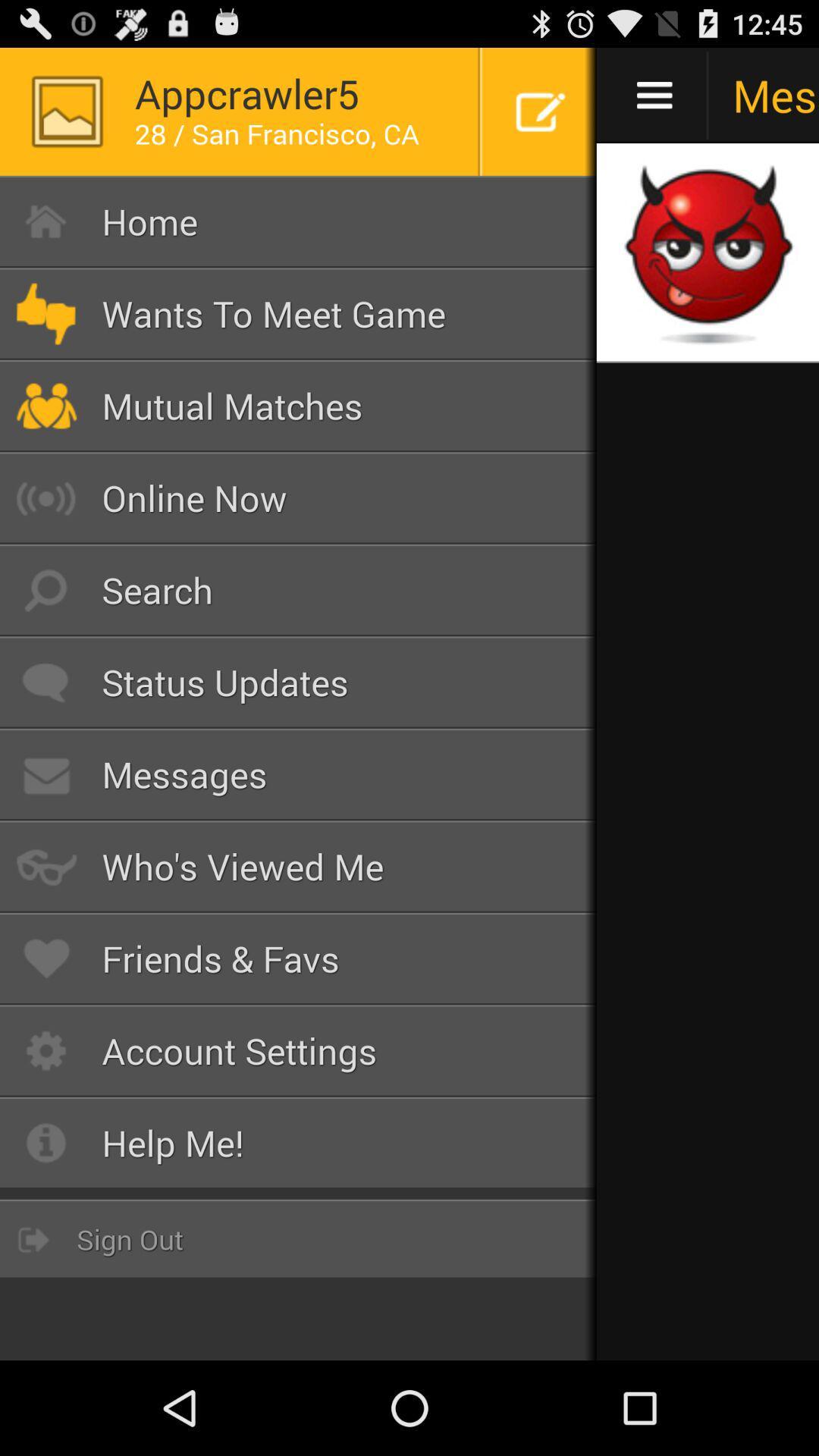 This screenshot has width=819, height=1456. Describe the element at coordinates (298, 682) in the screenshot. I see `the status updates` at that location.